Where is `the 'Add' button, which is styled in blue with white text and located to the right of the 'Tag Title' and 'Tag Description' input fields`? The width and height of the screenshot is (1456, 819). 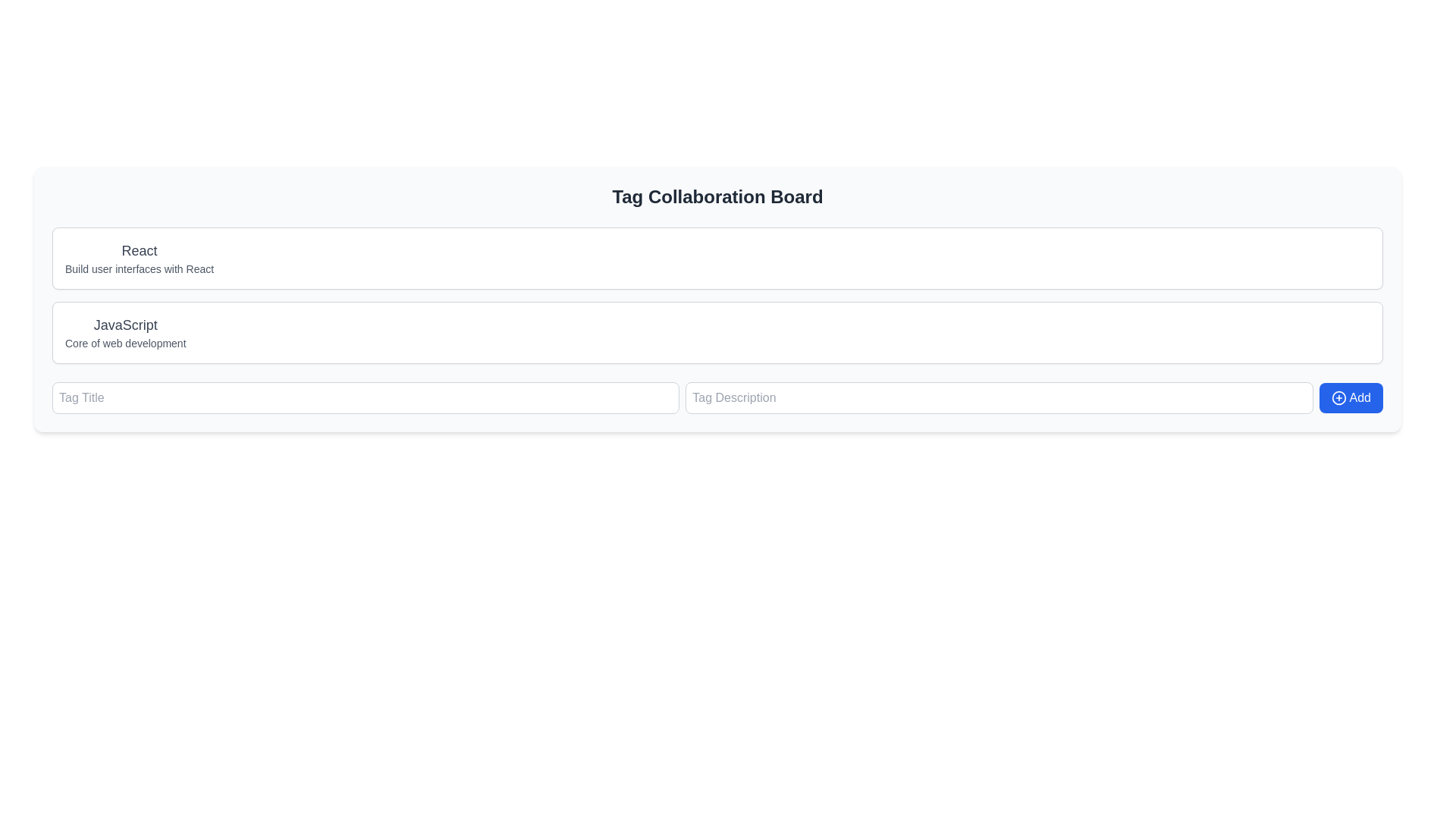
the 'Add' button, which is styled in blue with white text and located to the right of the 'Tag Title' and 'Tag Description' input fields is located at coordinates (717, 397).